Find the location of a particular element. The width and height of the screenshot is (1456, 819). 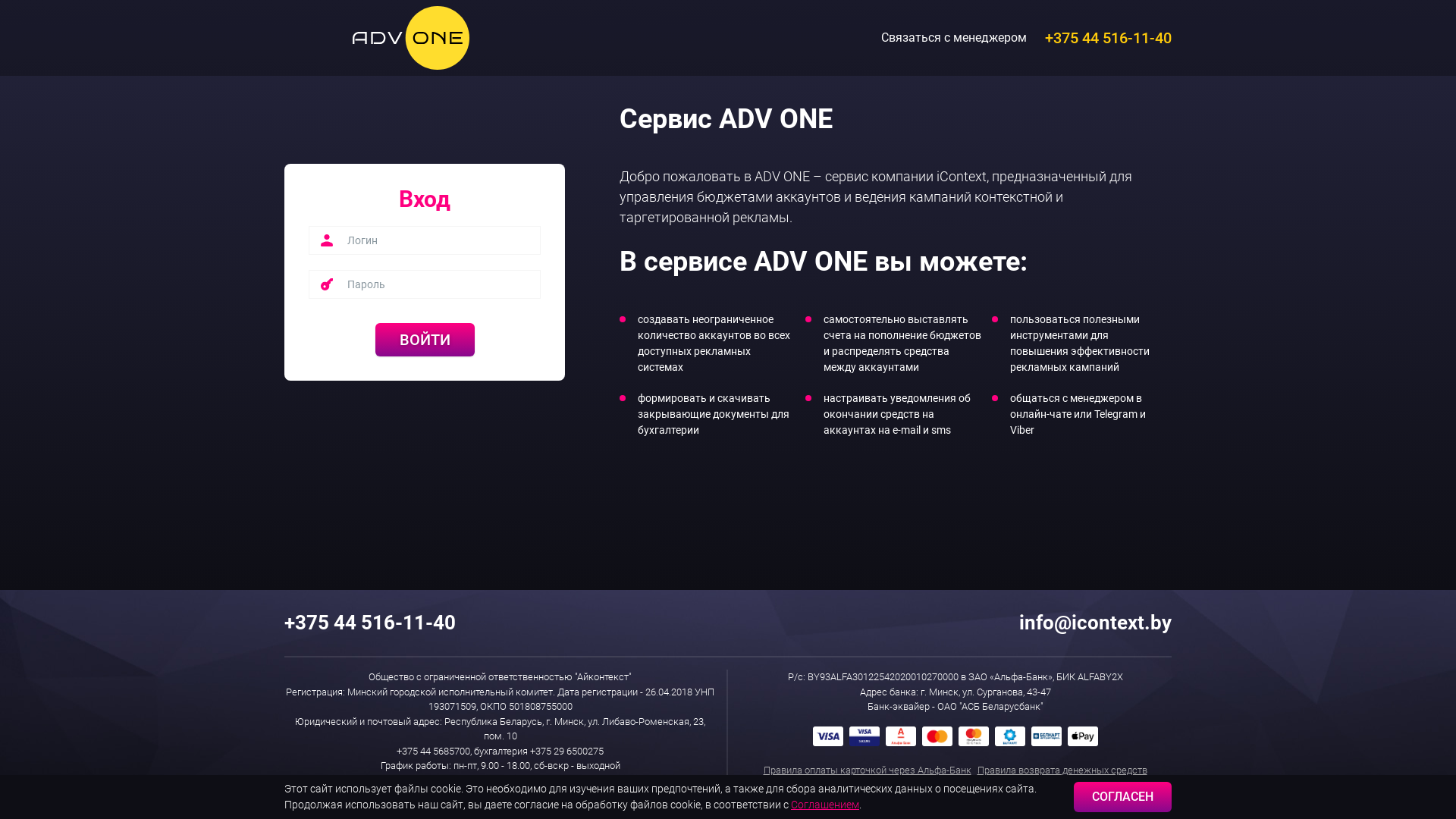

'+375 44 516-11-40' is located at coordinates (1106, 37).